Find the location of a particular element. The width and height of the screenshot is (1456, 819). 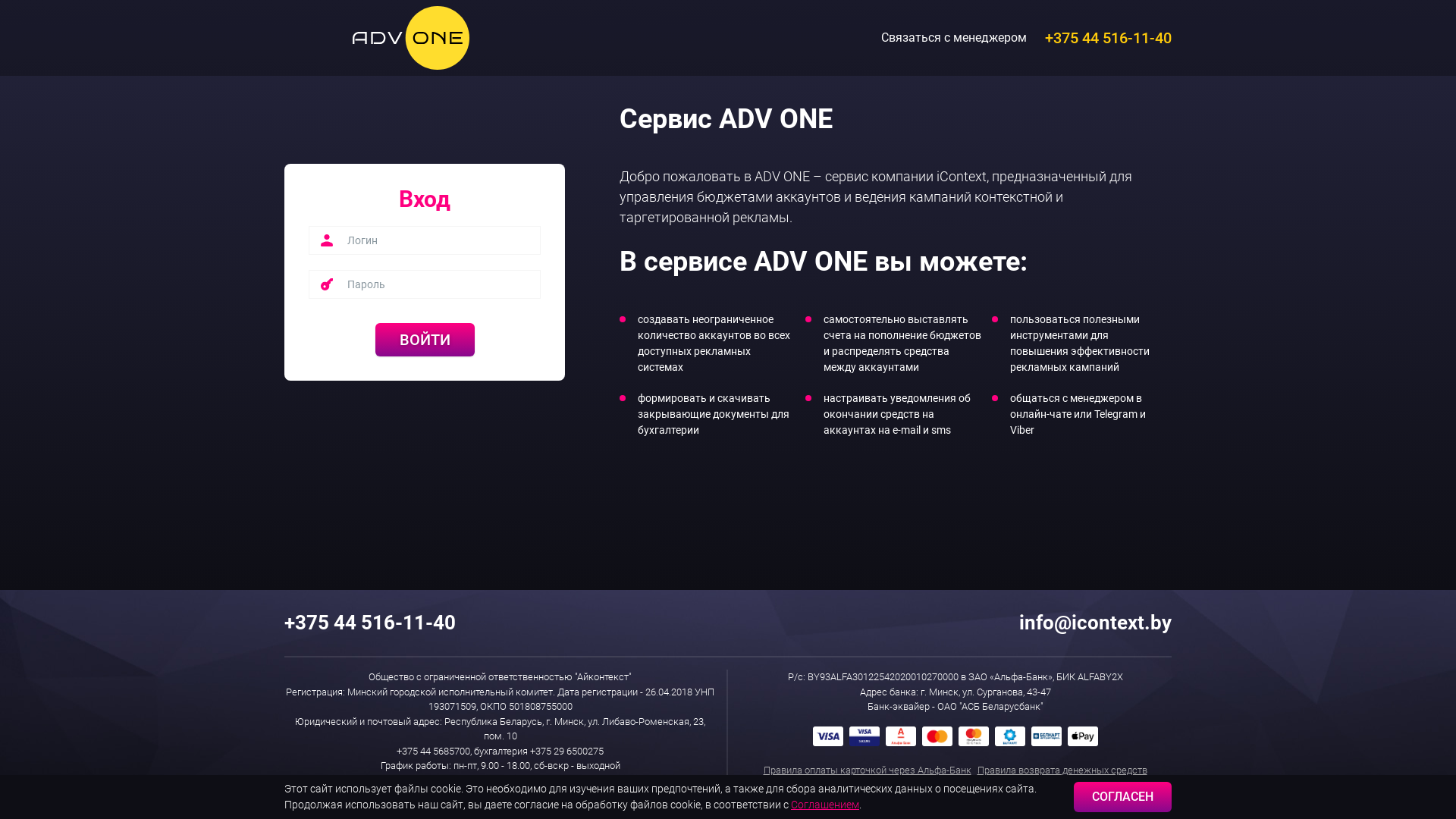

'+375 44 516-11-40' is located at coordinates (1106, 37).